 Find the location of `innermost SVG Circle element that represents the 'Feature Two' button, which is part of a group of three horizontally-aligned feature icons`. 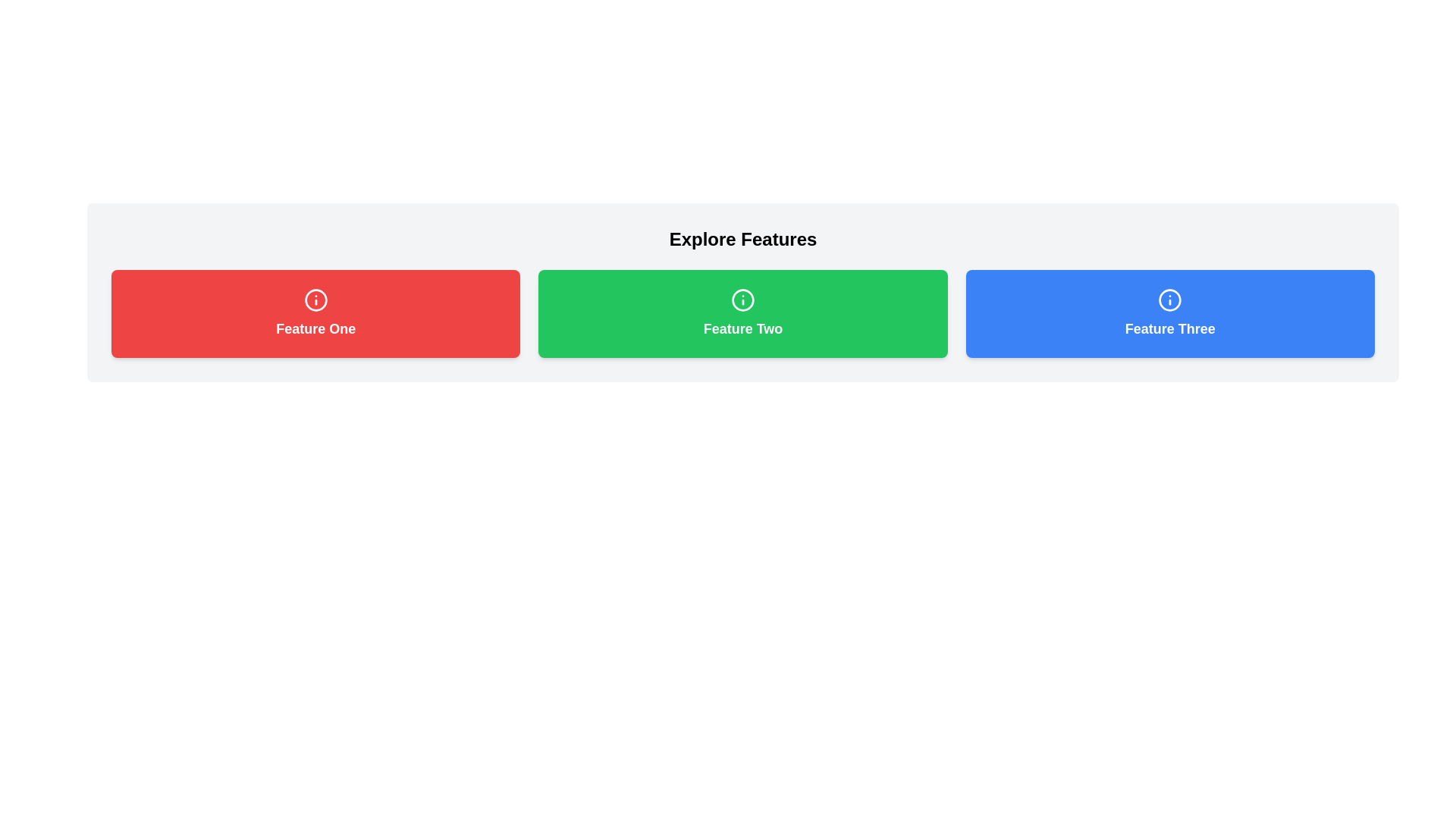

innermost SVG Circle element that represents the 'Feature Two' button, which is part of a group of three horizontally-aligned feature icons is located at coordinates (742, 300).